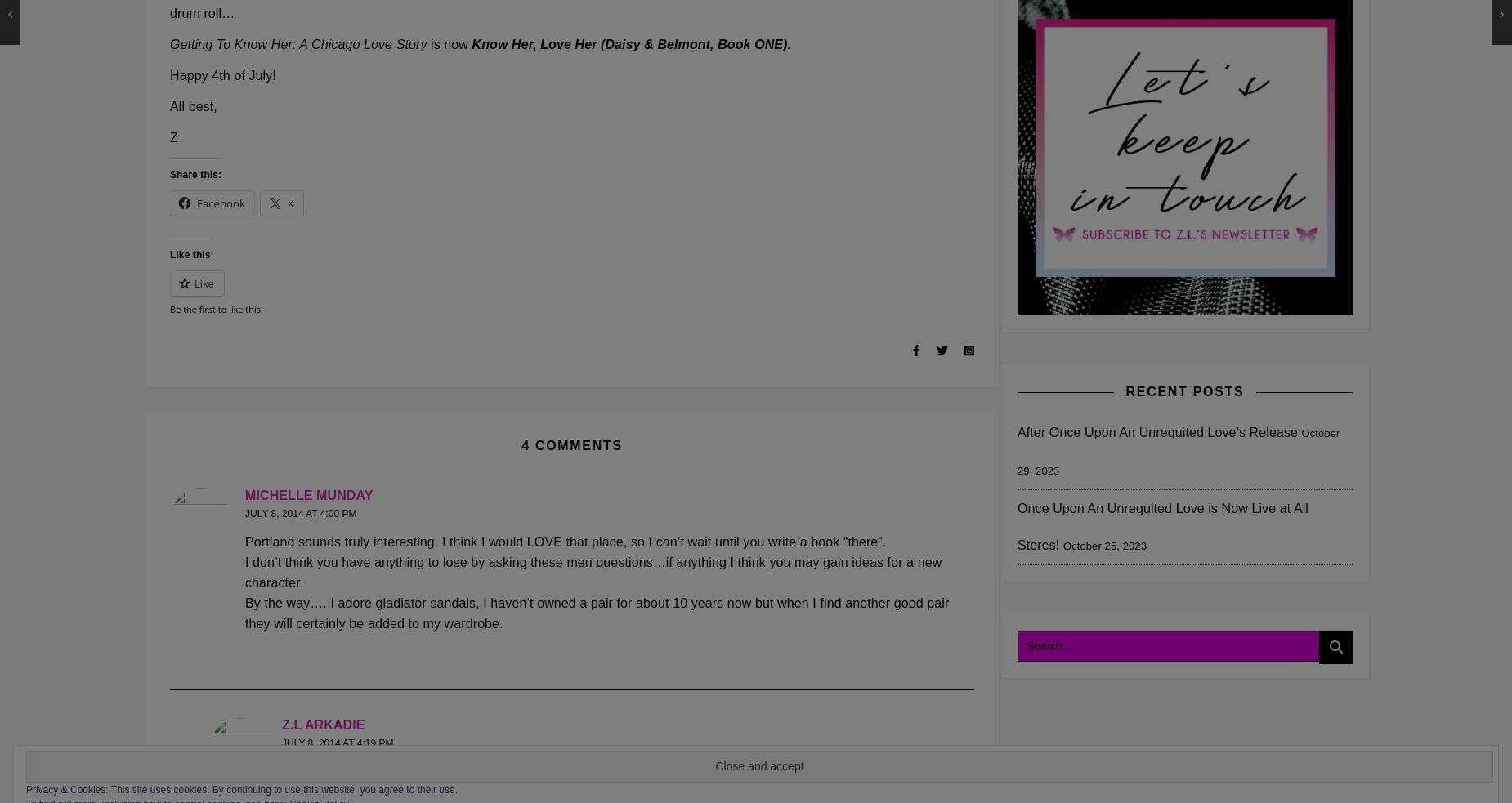 The width and height of the screenshot is (1512, 803). I want to click on 'Facebook', so click(219, 203).